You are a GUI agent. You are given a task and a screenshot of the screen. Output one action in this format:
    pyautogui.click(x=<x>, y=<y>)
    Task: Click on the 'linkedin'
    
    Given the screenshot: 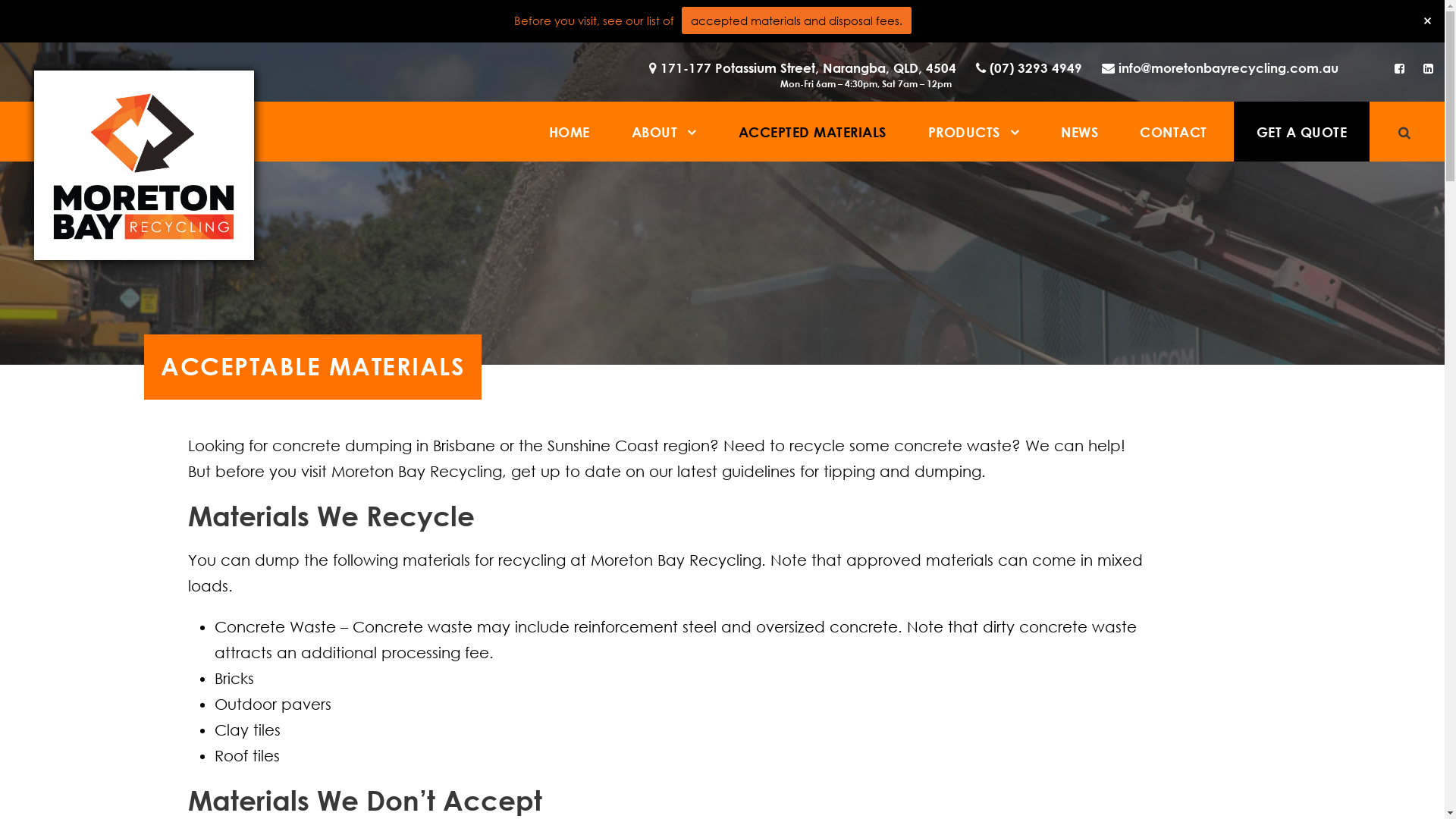 What is the action you would take?
    pyautogui.click(x=1422, y=67)
    